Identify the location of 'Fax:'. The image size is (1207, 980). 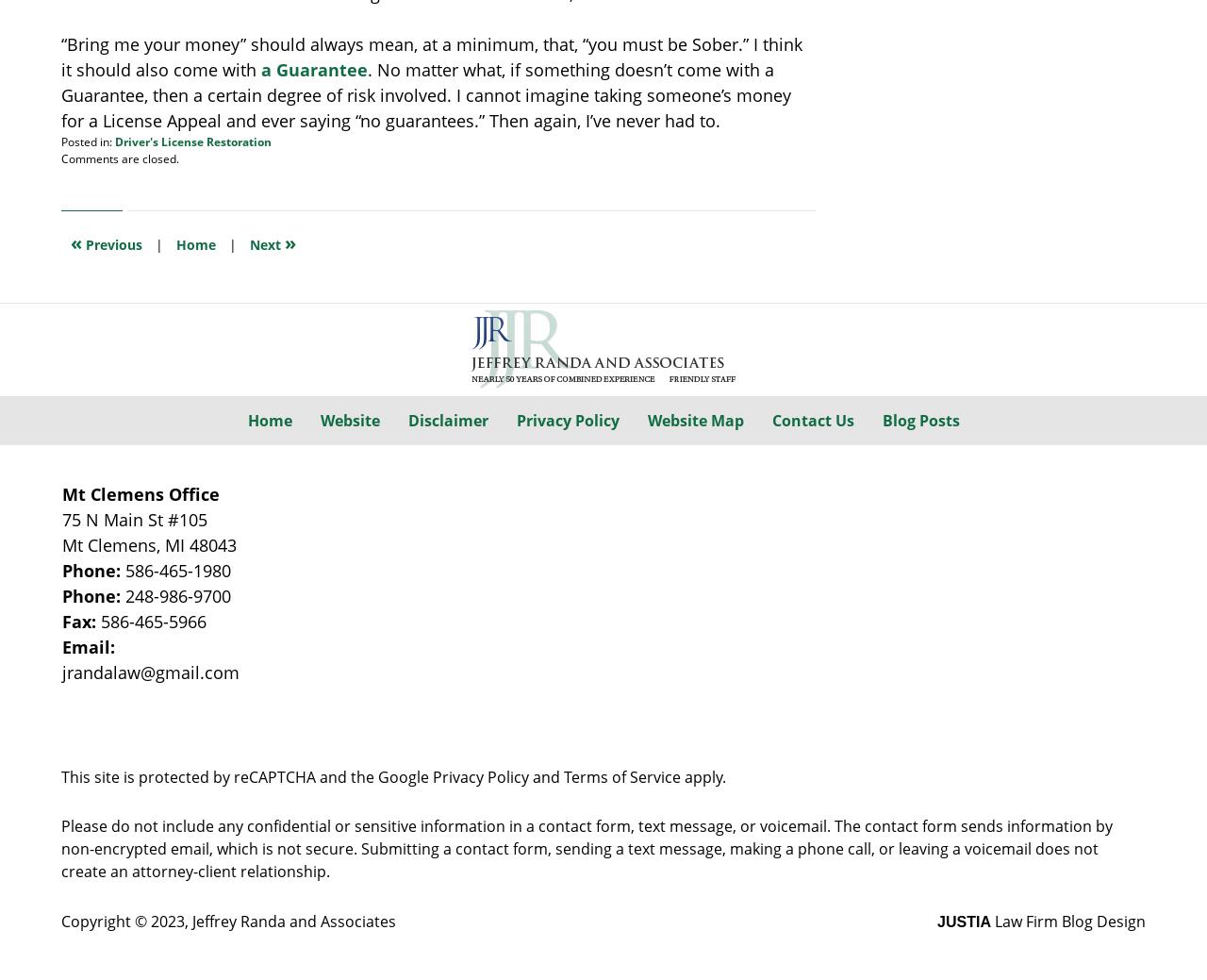
(80, 620).